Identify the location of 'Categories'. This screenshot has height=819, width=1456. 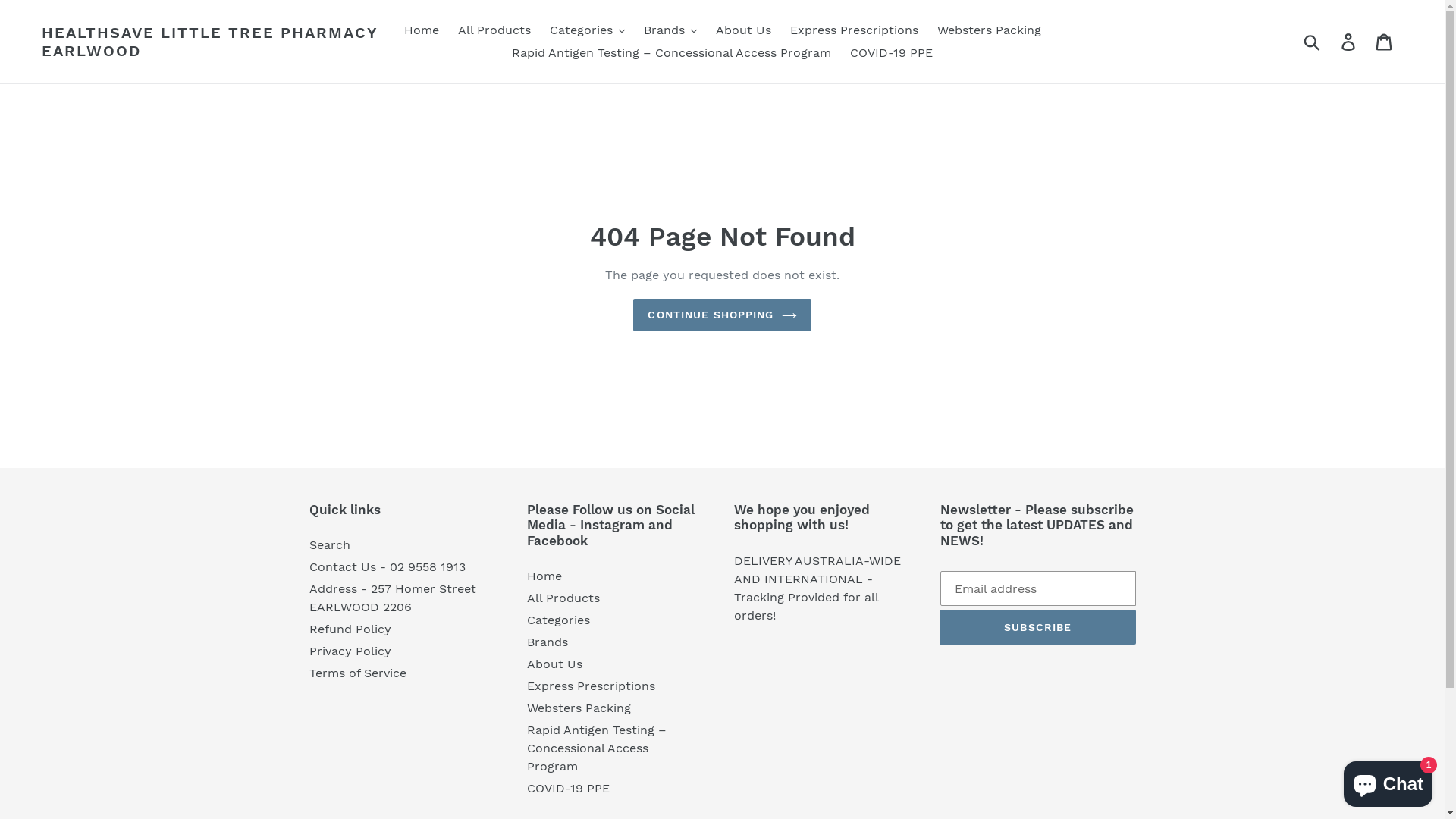
(557, 620).